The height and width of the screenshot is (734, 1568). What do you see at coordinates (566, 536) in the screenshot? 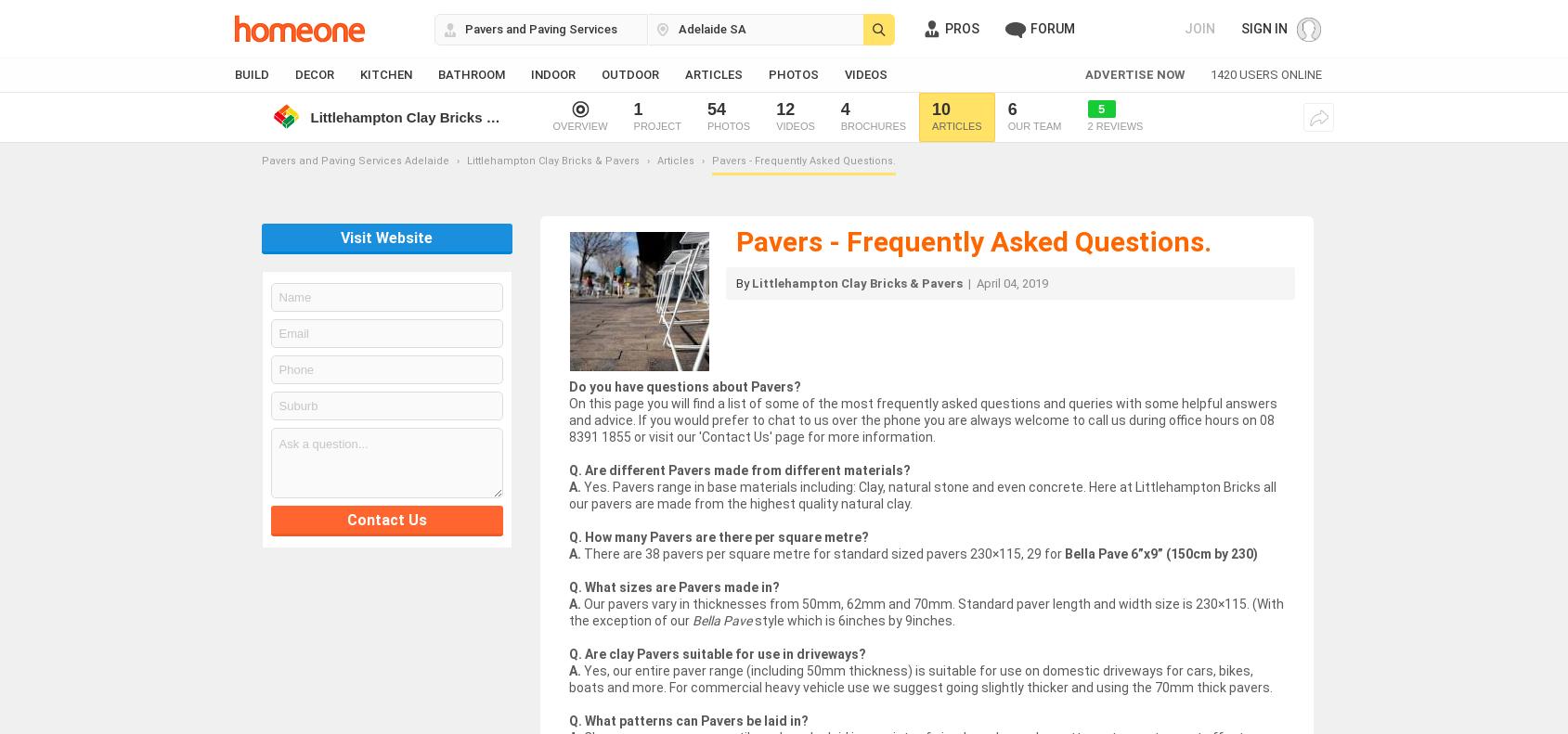
I see `'Q. How many Pavers are there per square metre?'` at bounding box center [566, 536].